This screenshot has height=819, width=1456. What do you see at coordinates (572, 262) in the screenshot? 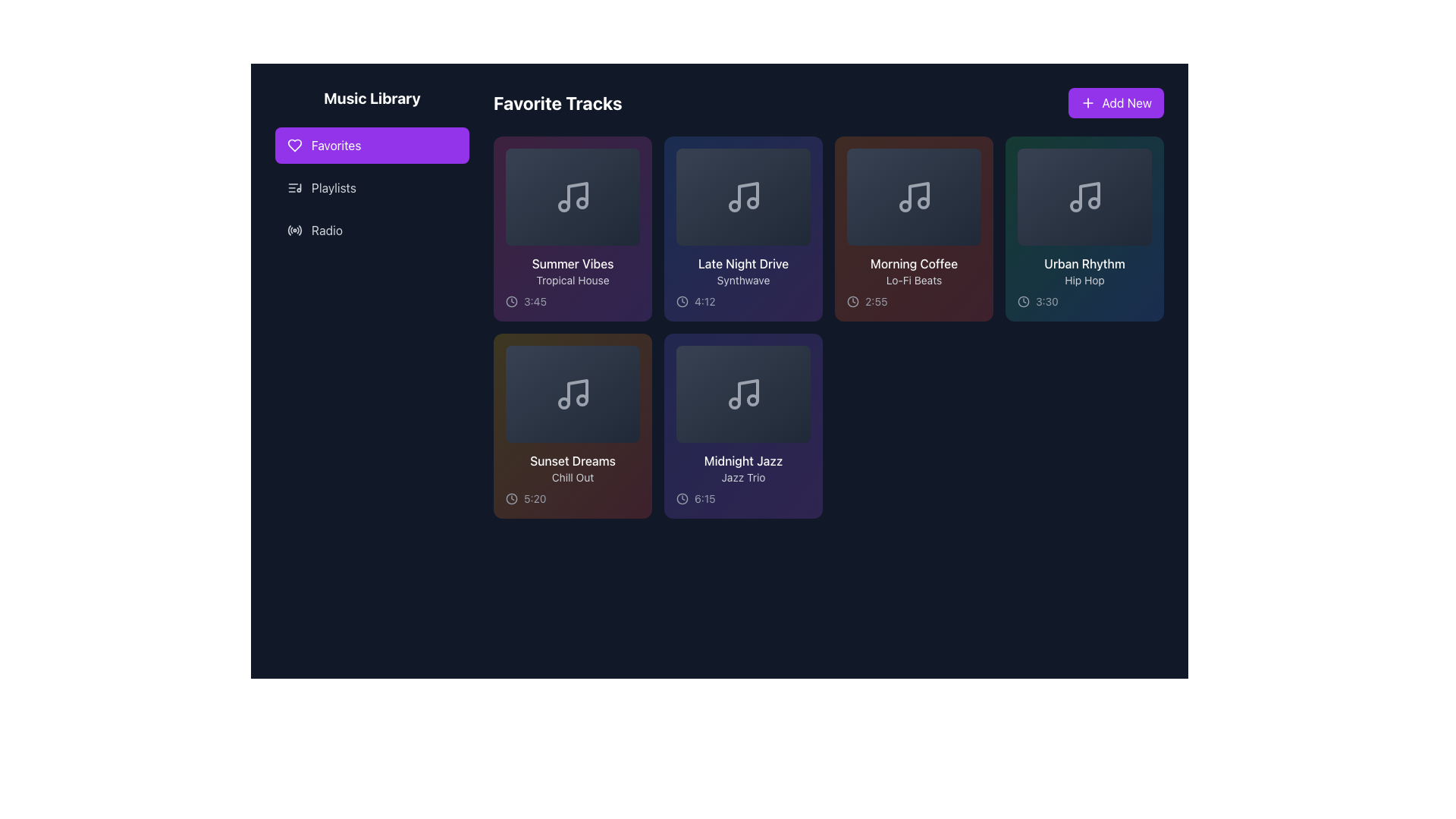
I see `text displayed as the primary title or label for the music track or playlist, located in the top-left section of the 'Favorite Tracks' view, just above the subtitle 'Tropical House'` at bounding box center [572, 262].